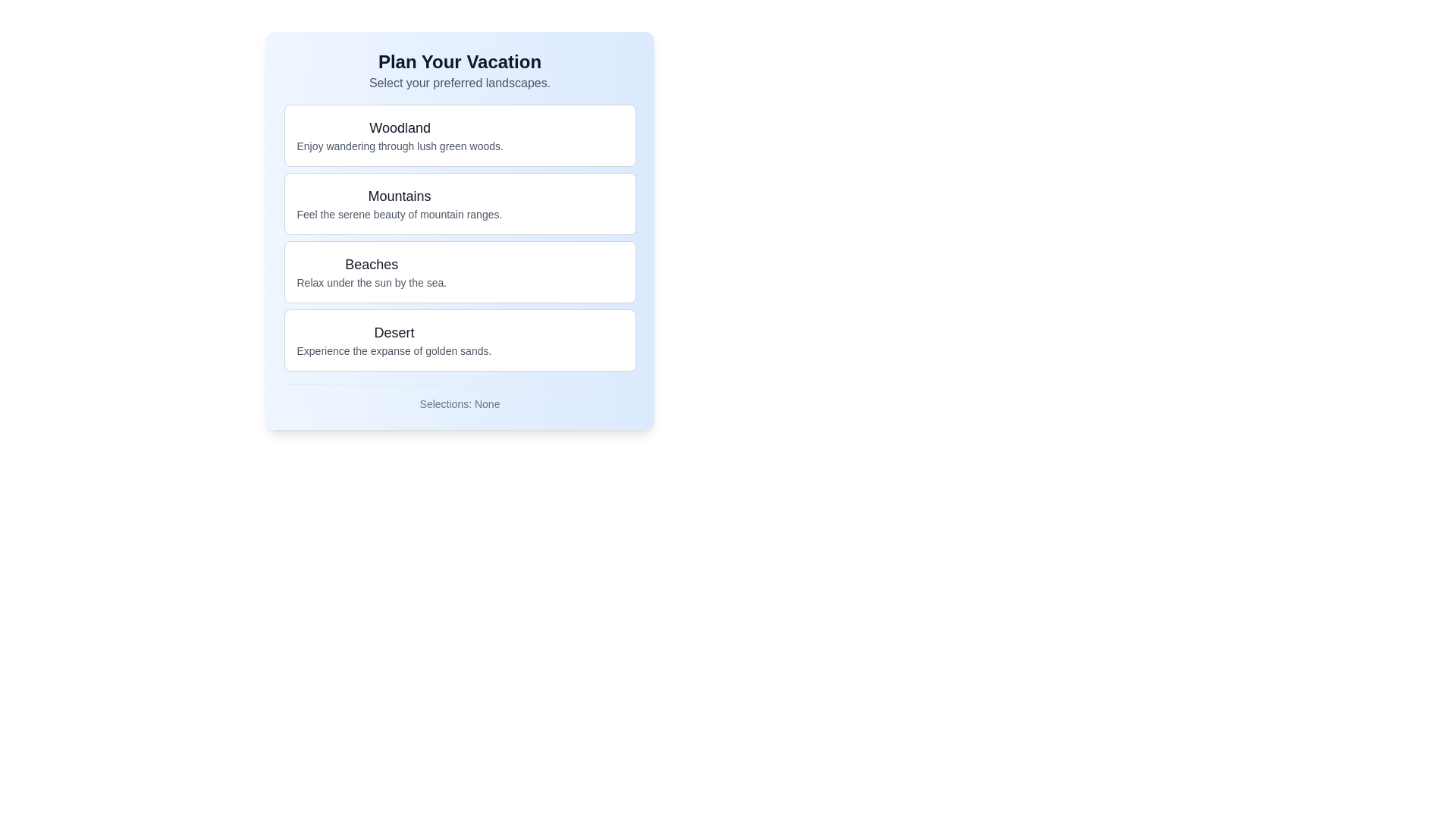  I want to click on the text label displaying 'Mountains', which is styled with a large, bold, dark gray font and is centrally located within the 'Plan Your Vacation' interface, so click(399, 195).